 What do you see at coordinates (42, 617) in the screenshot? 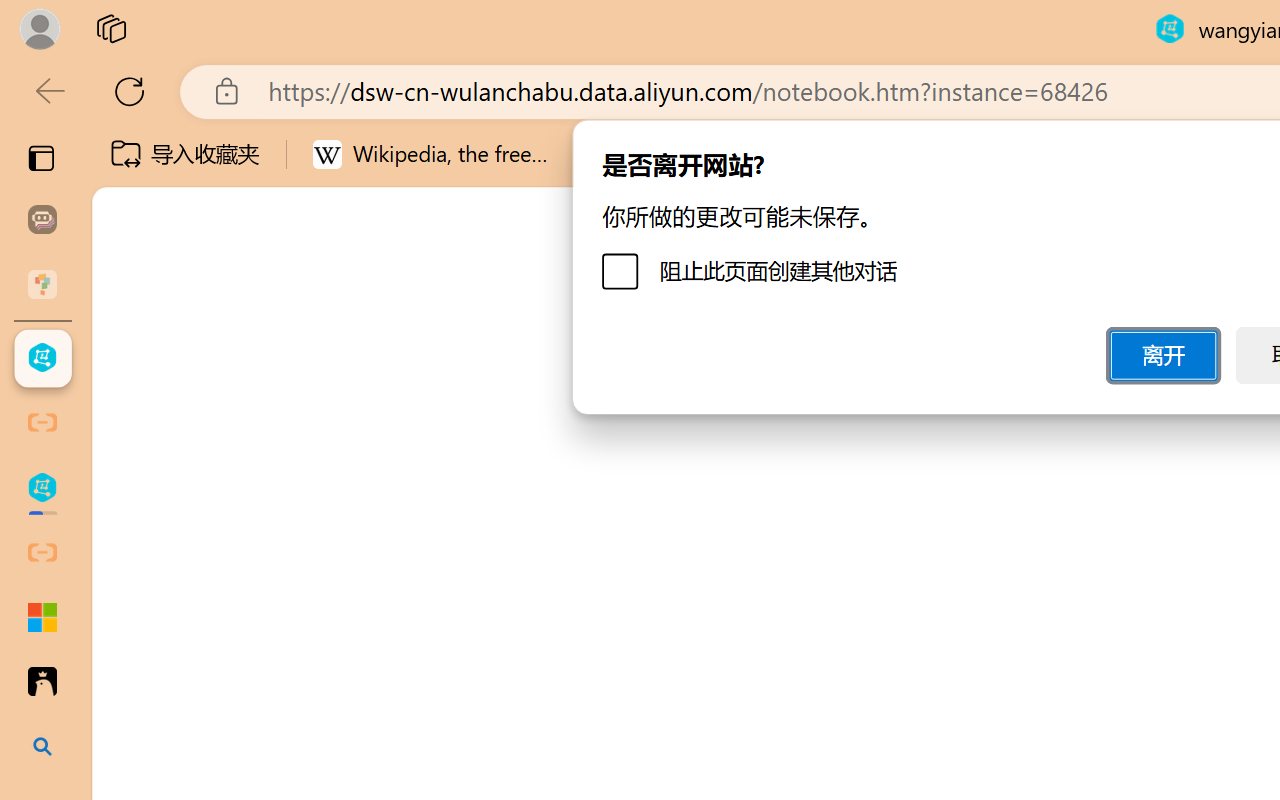
I see `'Adjust indents and spacing - Microsoft Support'` at bounding box center [42, 617].